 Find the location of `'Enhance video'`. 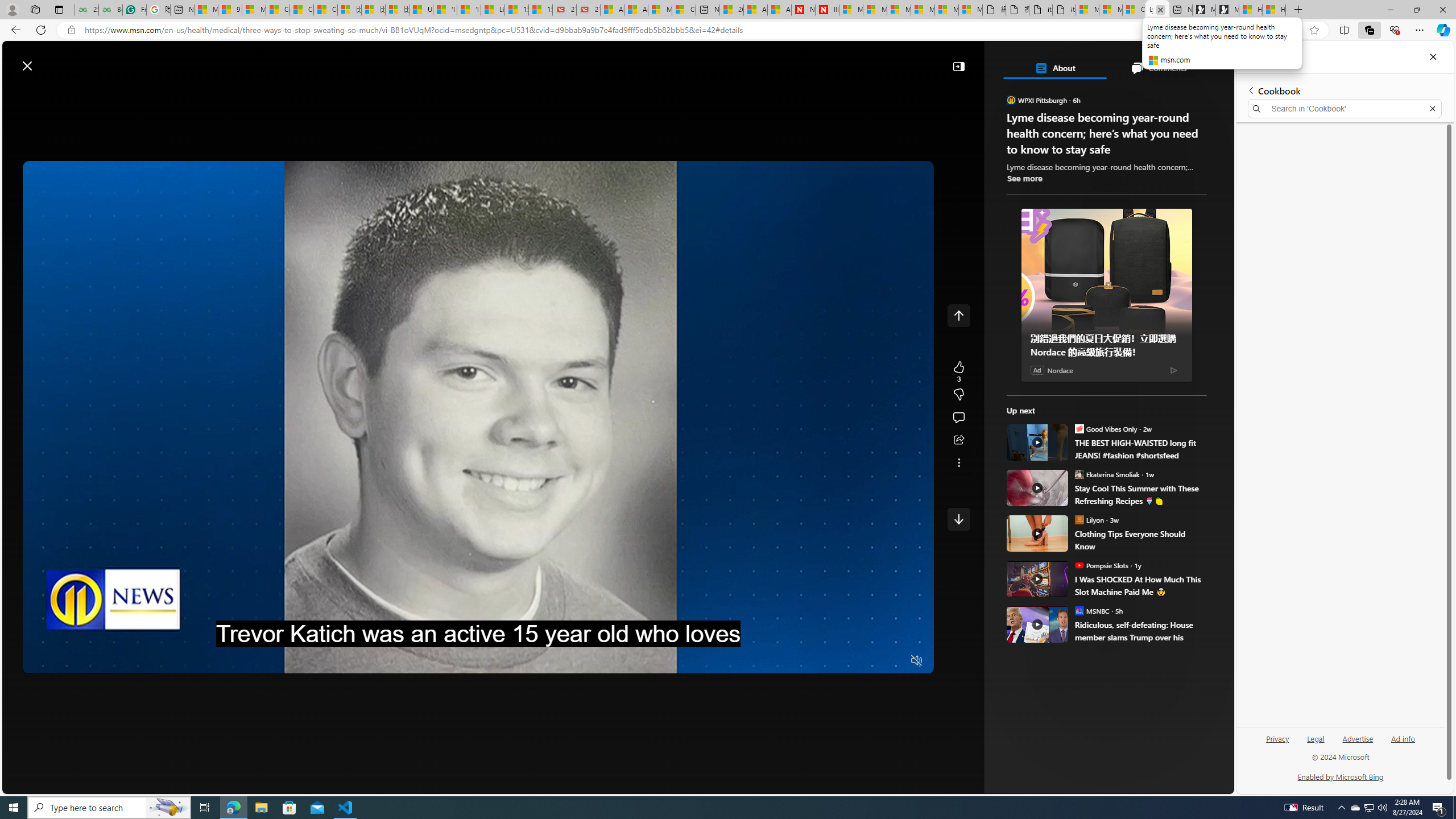

'Enhance video' is located at coordinates (1291, 30).